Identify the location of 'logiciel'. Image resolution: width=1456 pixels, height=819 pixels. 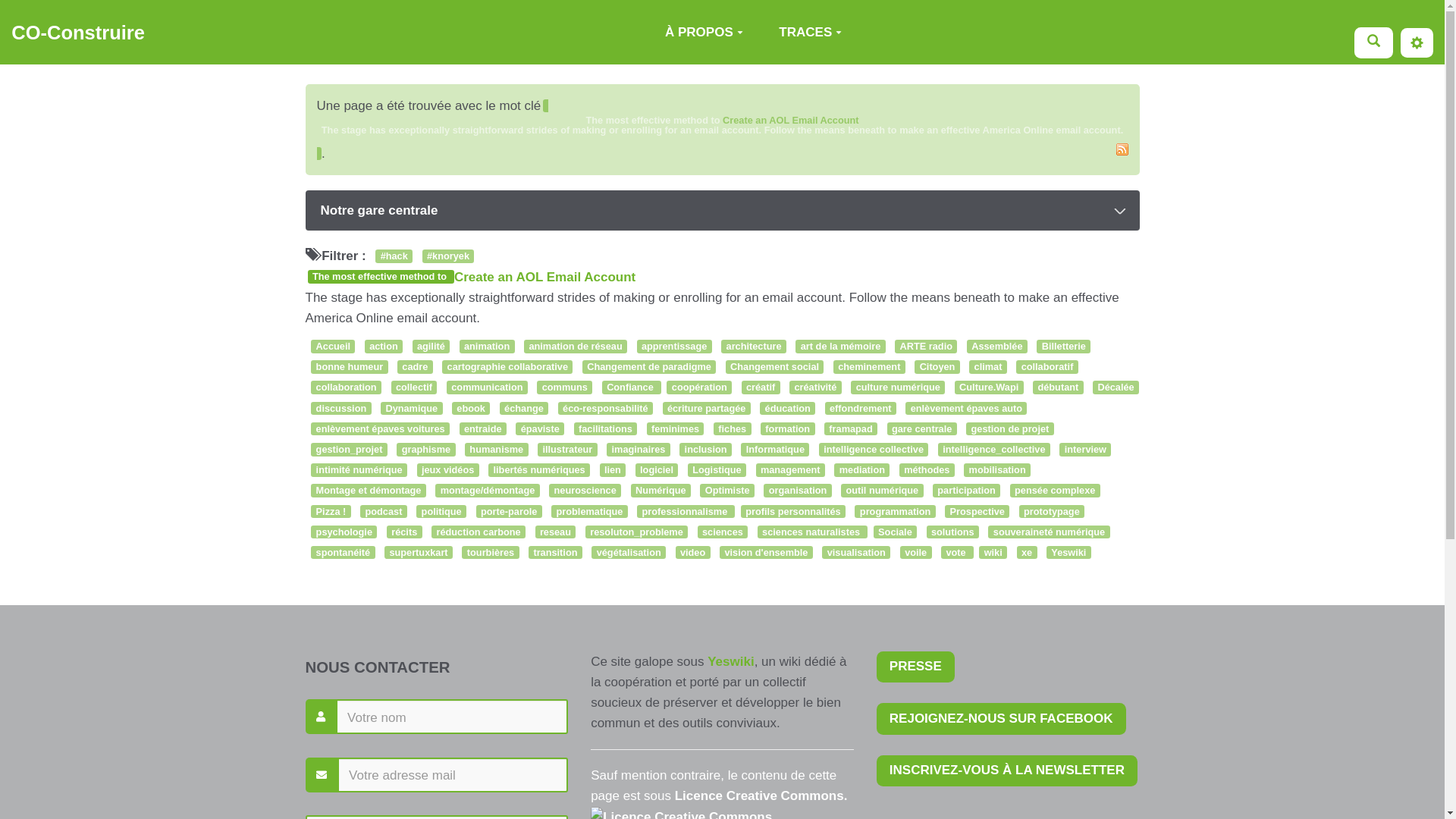
(635, 469).